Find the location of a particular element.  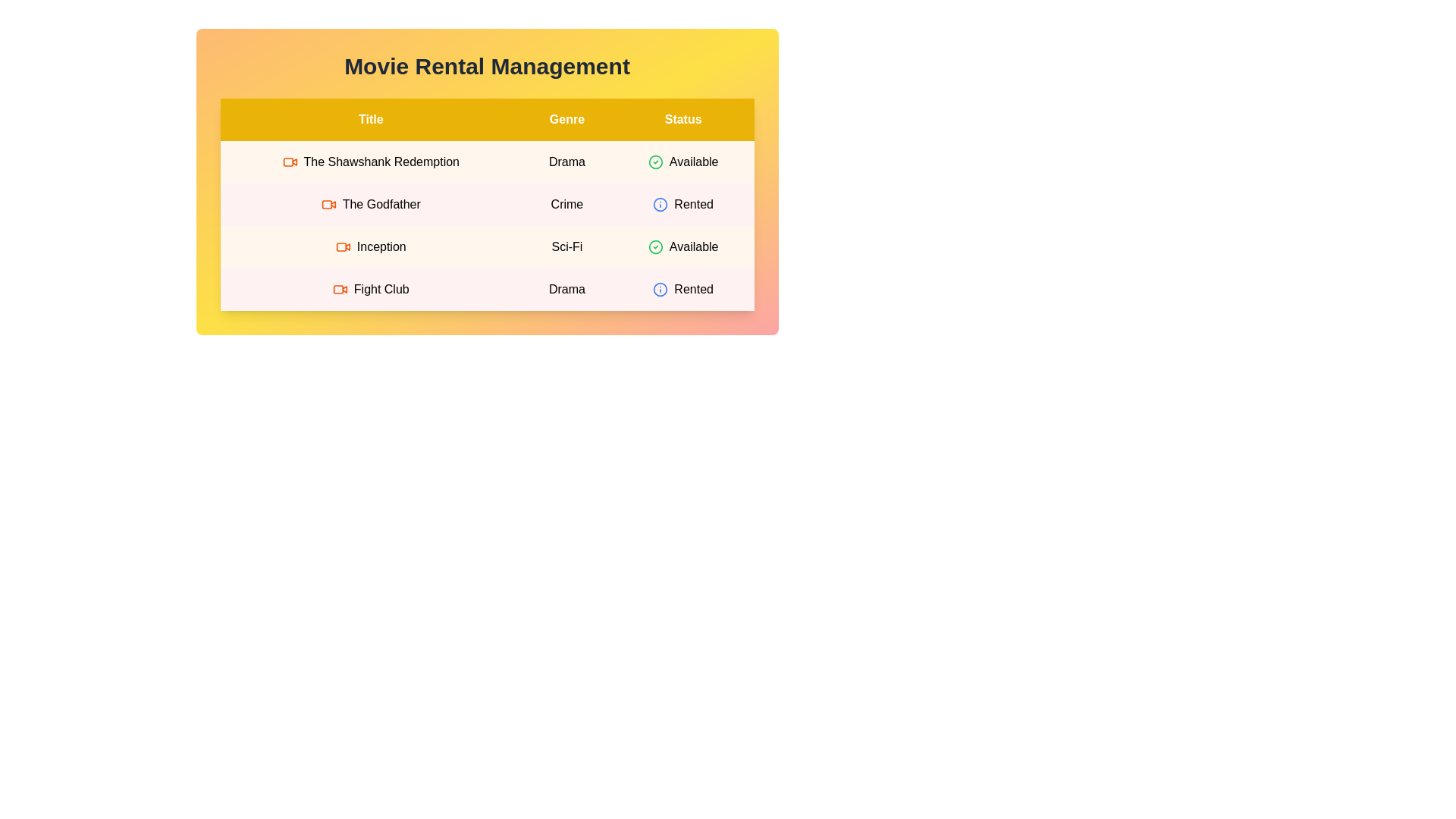

the row corresponding to movie Fight Club is located at coordinates (487, 289).